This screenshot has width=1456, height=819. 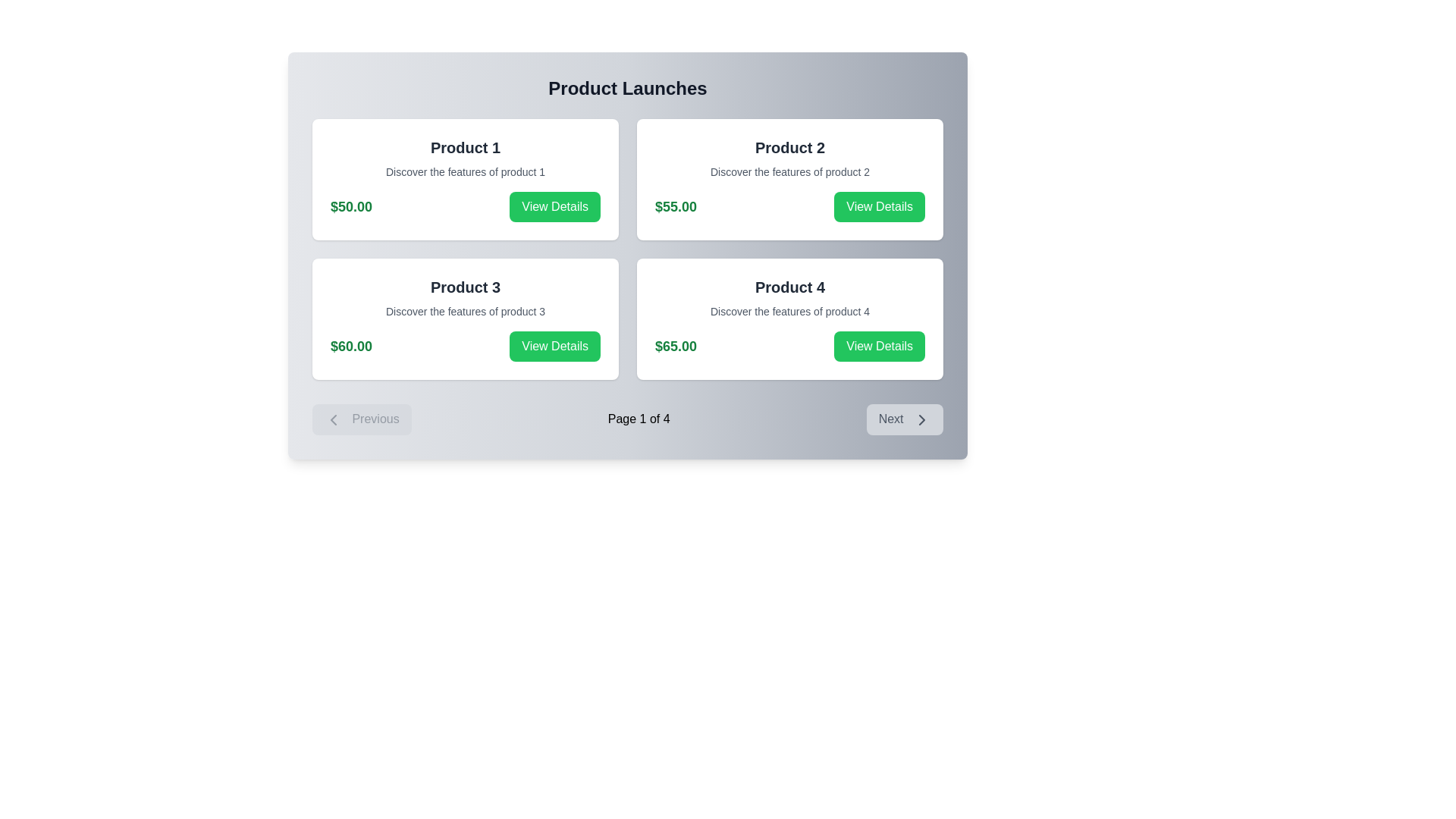 What do you see at coordinates (880, 207) in the screenshot?
I see `the 'View Details' button with a green background and white text, located in the top-right quadrant of the layout, next to the price '$55.00' in the 'Product 2' card` at bounding box center [880, 207].